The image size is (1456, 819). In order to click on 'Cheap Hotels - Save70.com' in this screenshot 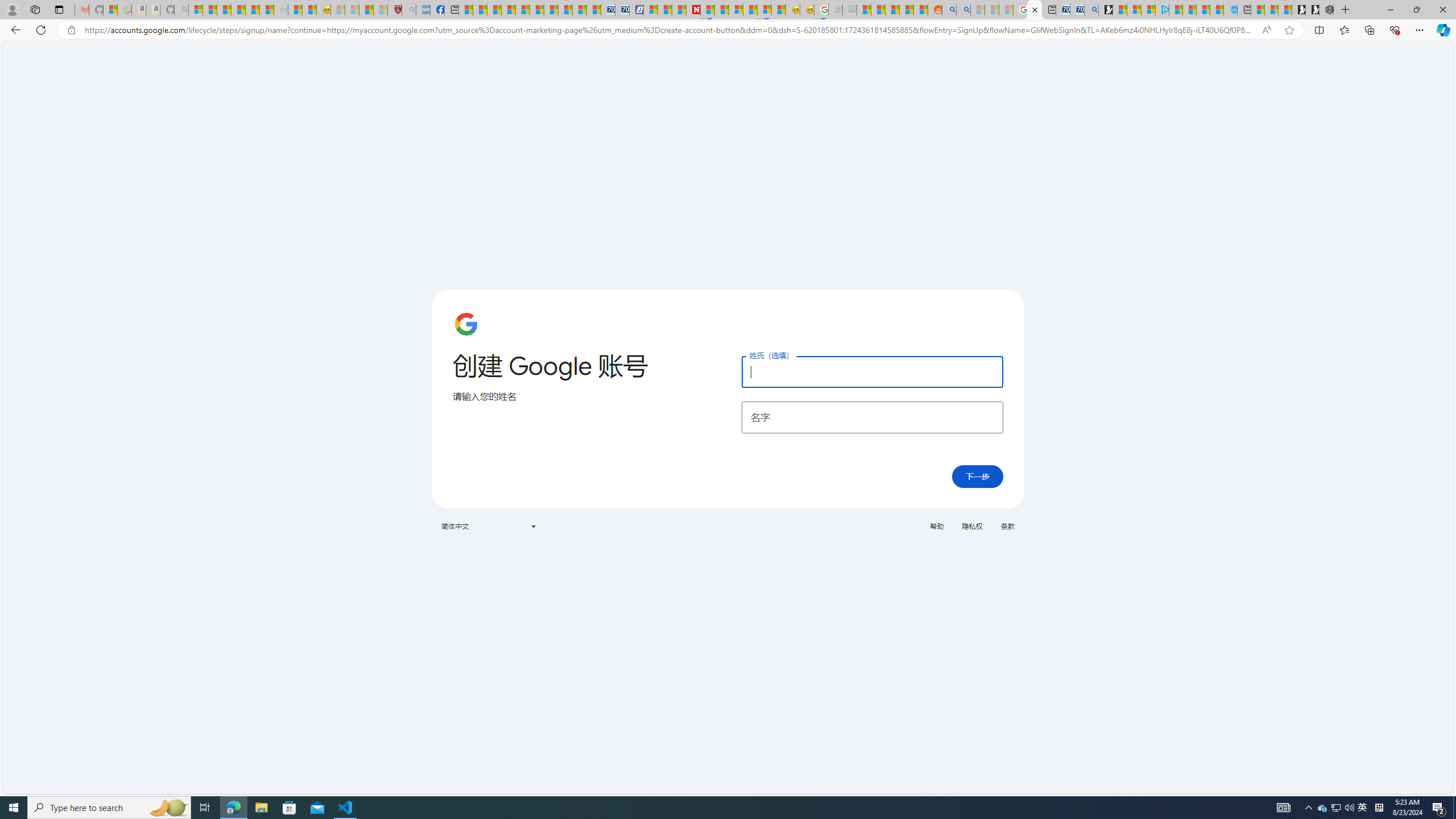, I will do `click(622, 9)`.